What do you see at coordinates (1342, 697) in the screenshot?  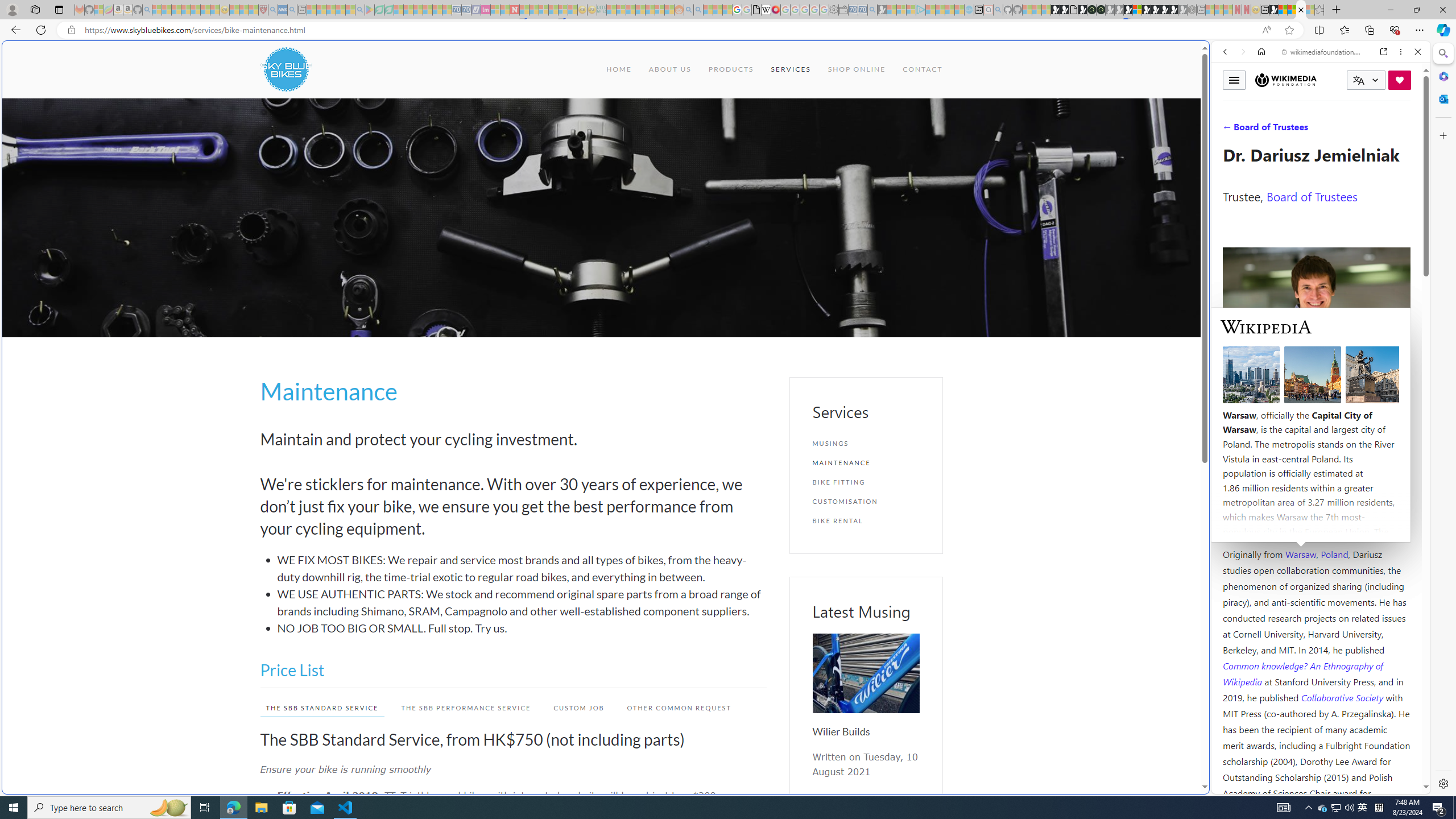 I see `'Collaborative Society '` at bounding box center [1342, 697].